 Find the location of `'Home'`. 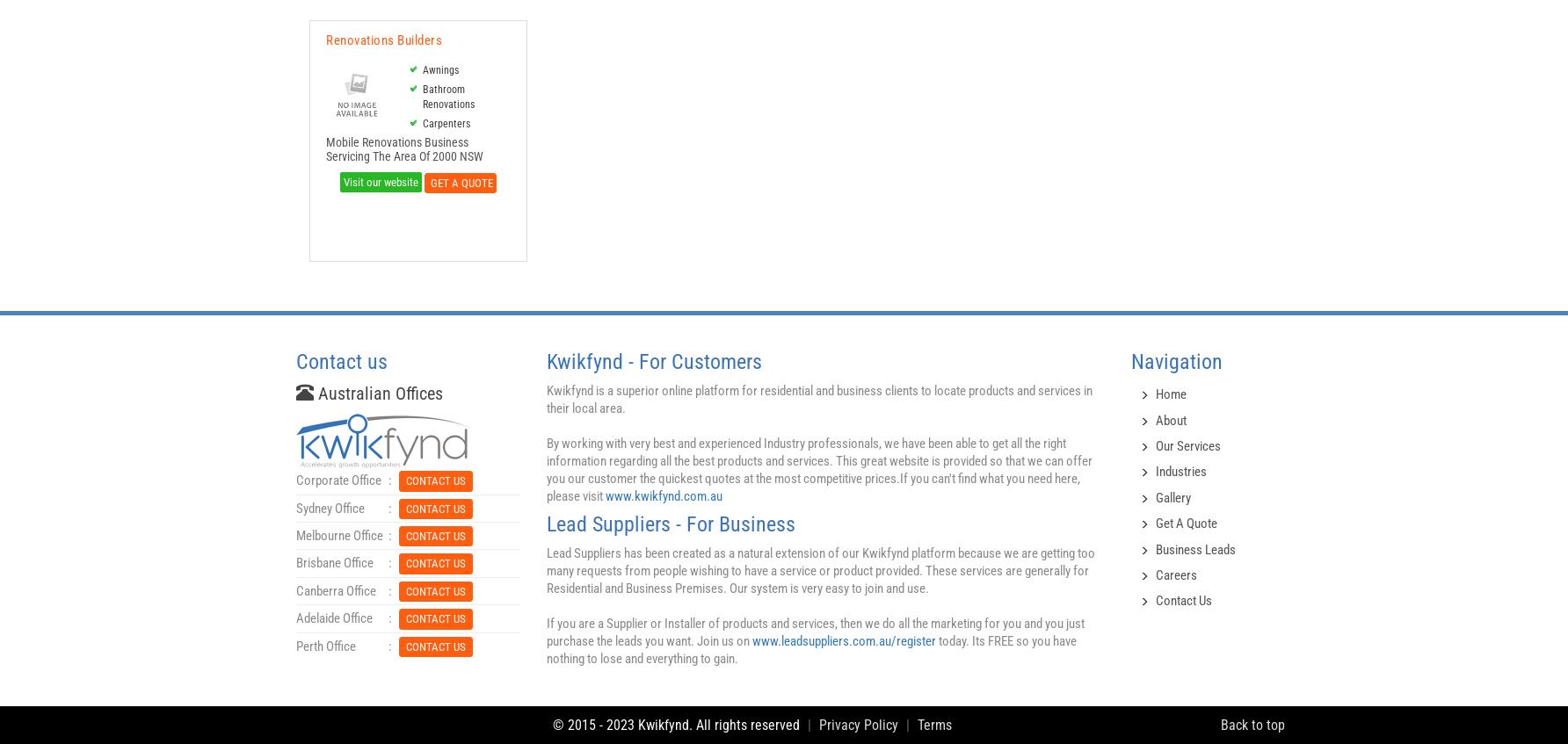

'Home' is located at coordinates (1154, 394).